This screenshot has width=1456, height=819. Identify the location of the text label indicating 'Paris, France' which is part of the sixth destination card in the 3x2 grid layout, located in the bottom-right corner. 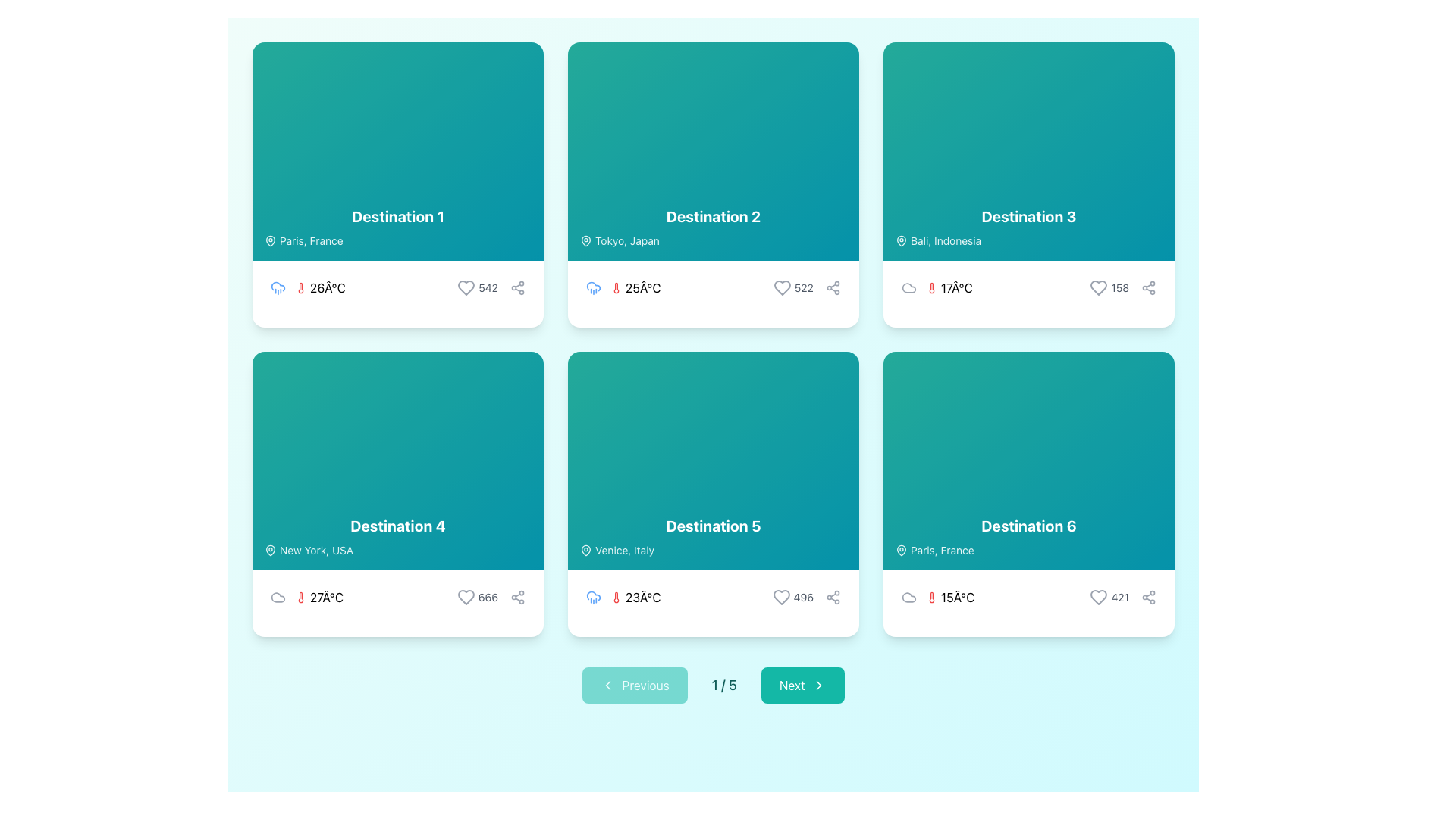
(310, 240).